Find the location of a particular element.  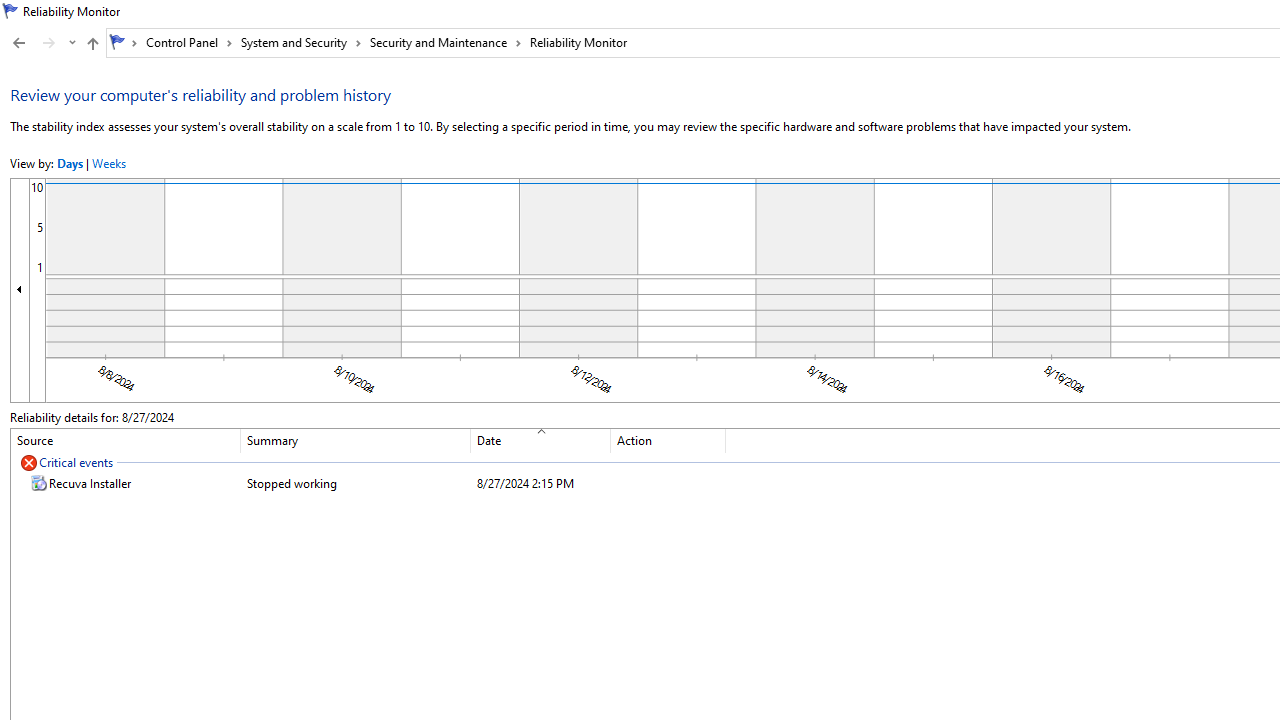

'Security and Maintenance' is located at coordinates (445, 42).